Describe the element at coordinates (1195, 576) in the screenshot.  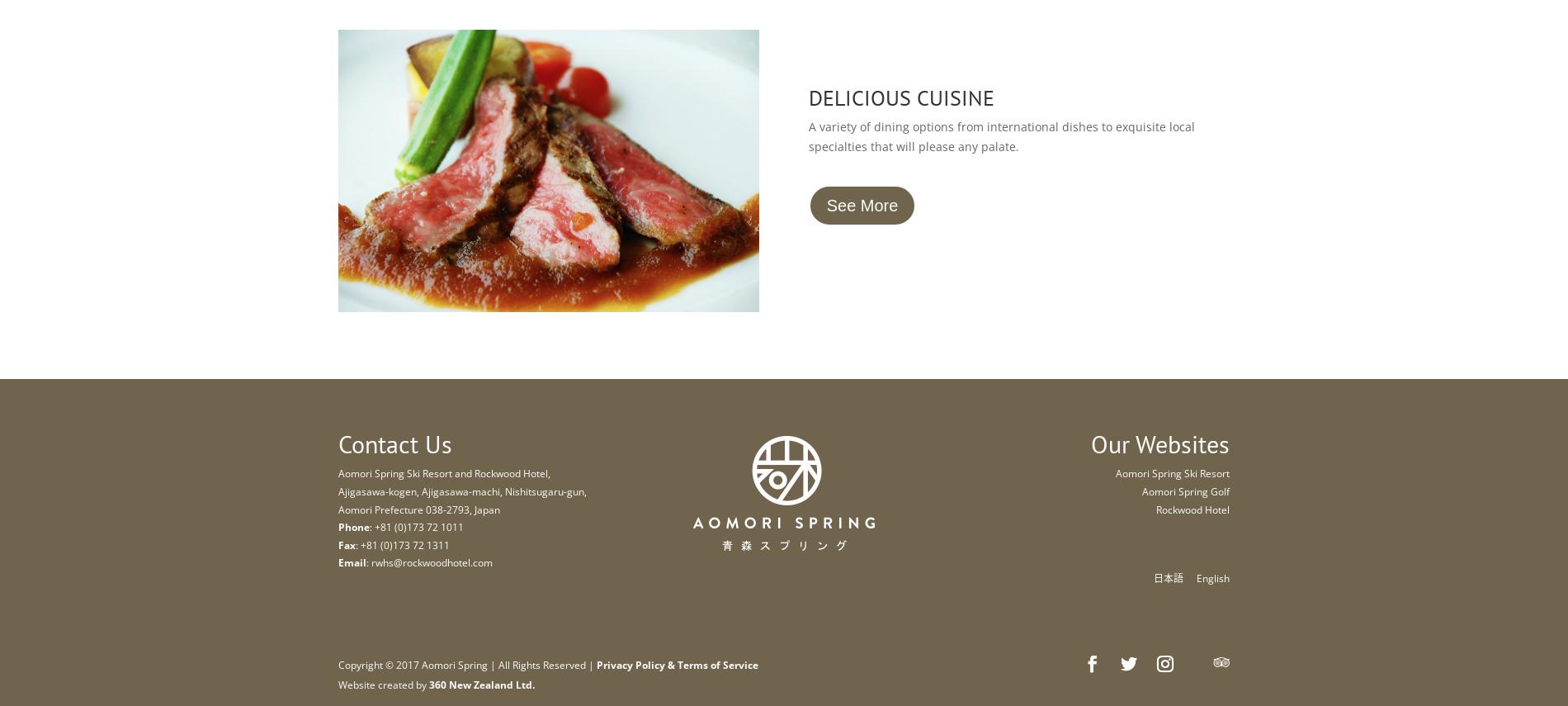
I see `'English'` at that location.